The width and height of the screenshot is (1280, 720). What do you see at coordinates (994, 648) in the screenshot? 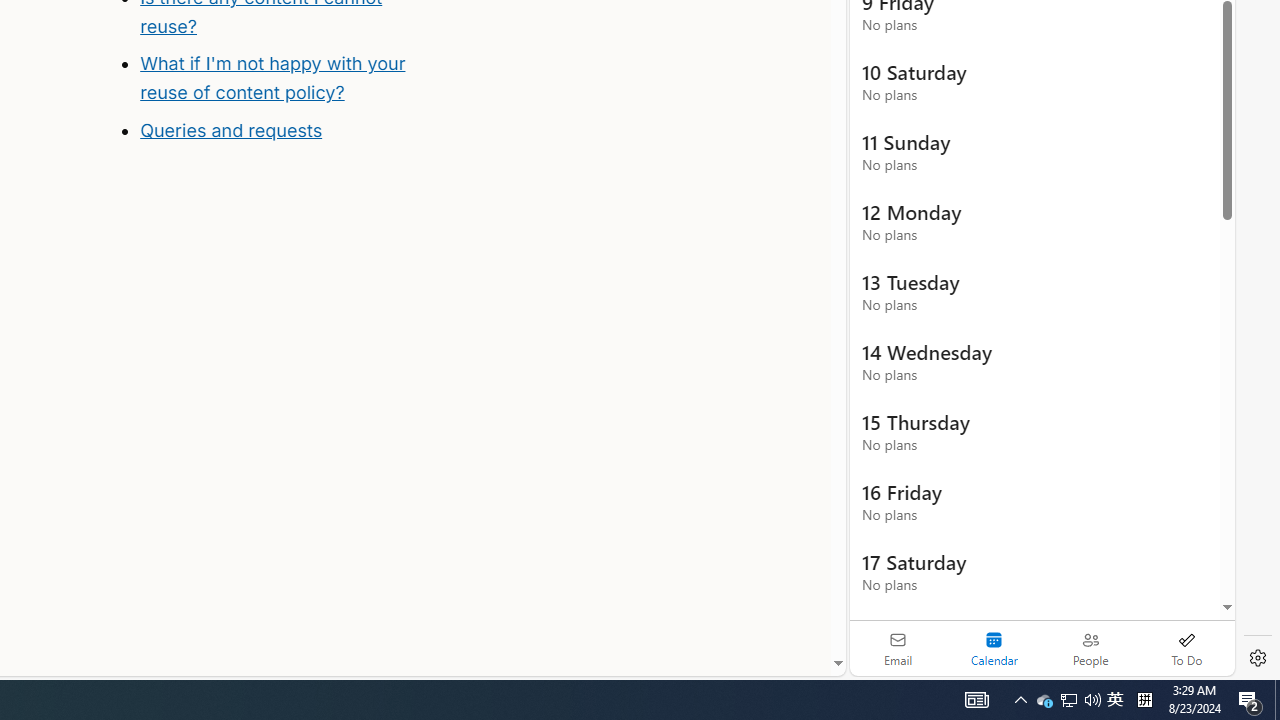
I see `'Selected calendar module. Date today is 22'` at bounding box center [994, 648].